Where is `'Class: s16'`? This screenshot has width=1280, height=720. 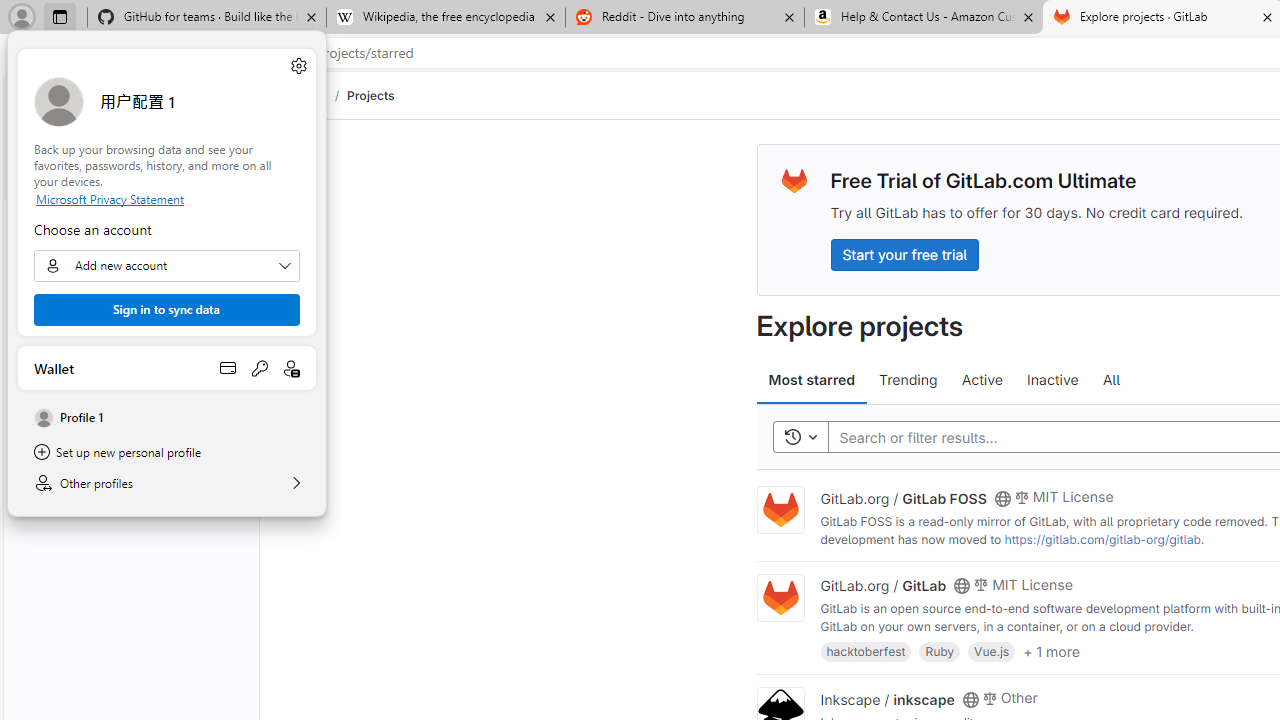 'Class: s16' is located at coordinates (970, 698).